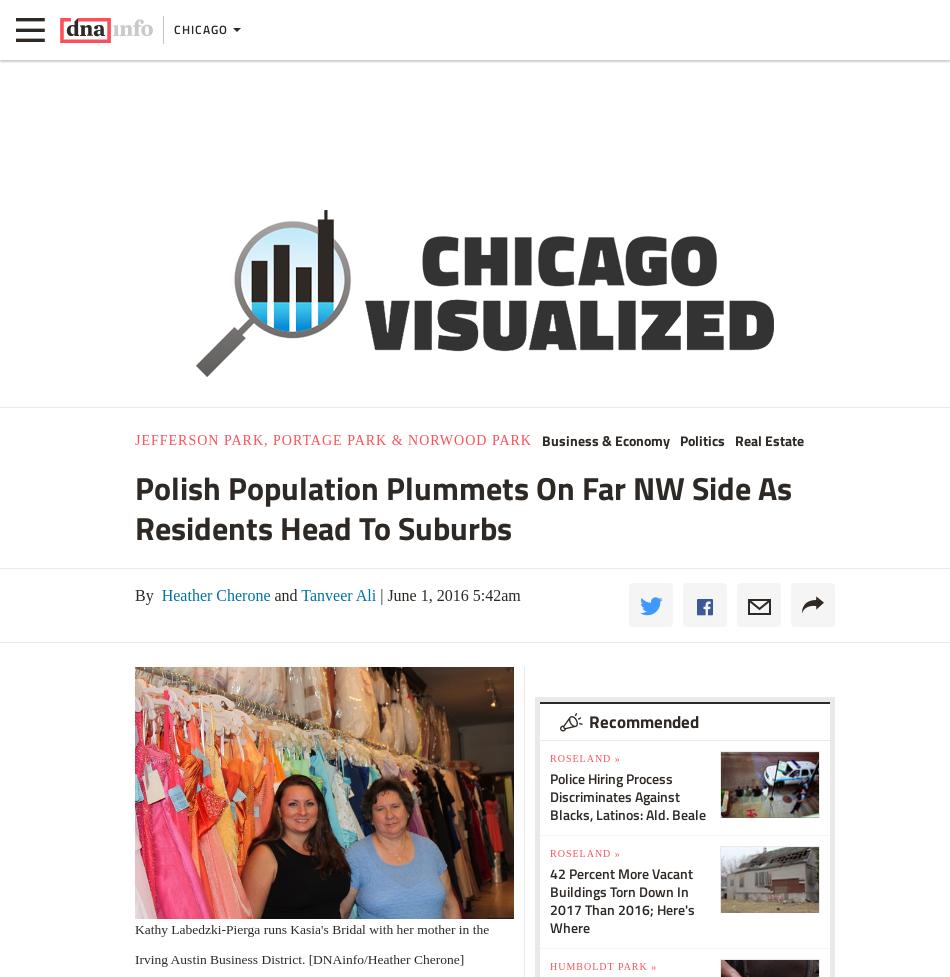 The height and width of the screenshot is (977, 950). I want to click on 'Tanveer Ali', so click(295, 593).